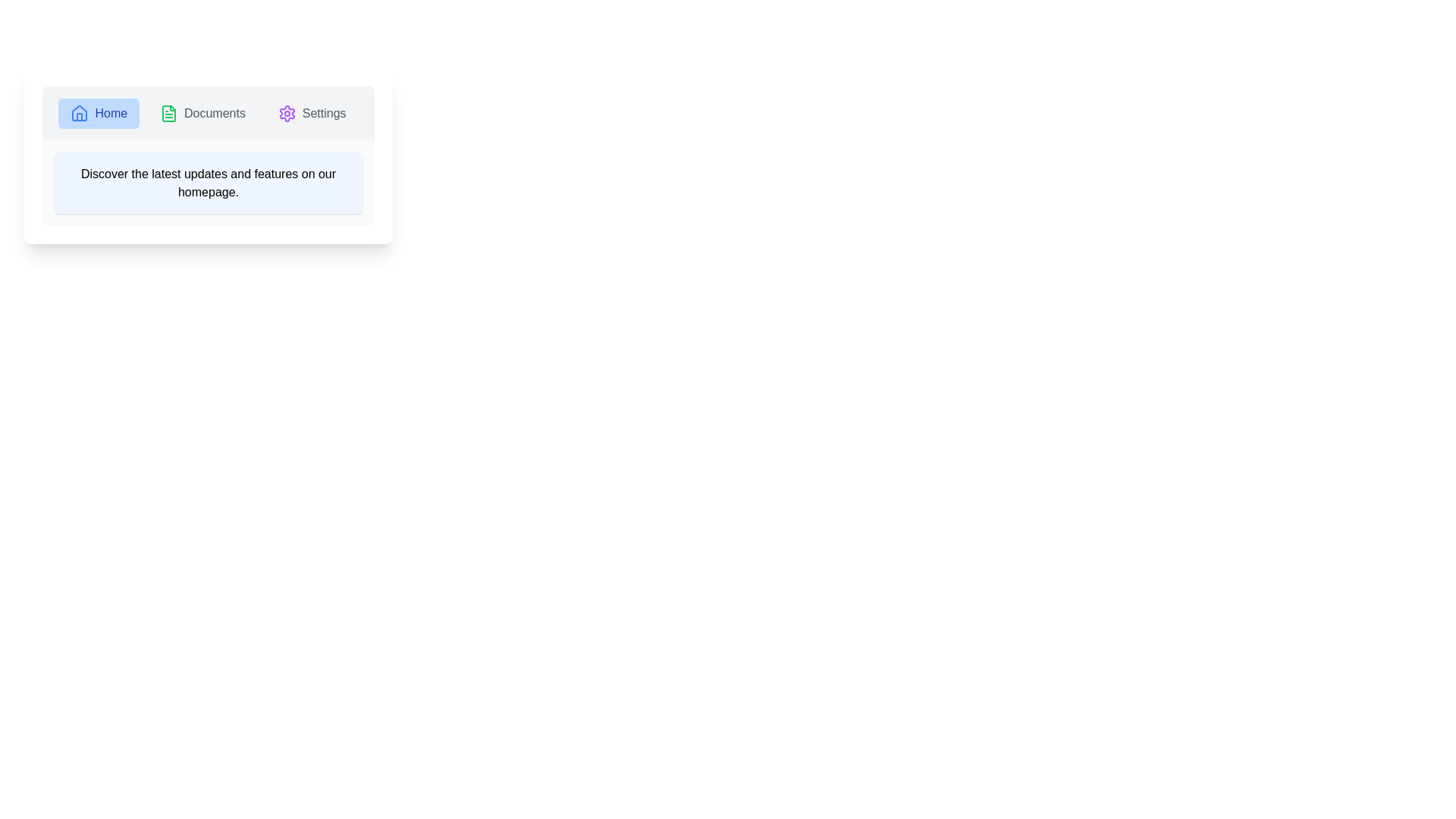 The width and height of the screenshot is (1456, 819). I want to click on the Documents tab by clicking on it, so click(202, 113).